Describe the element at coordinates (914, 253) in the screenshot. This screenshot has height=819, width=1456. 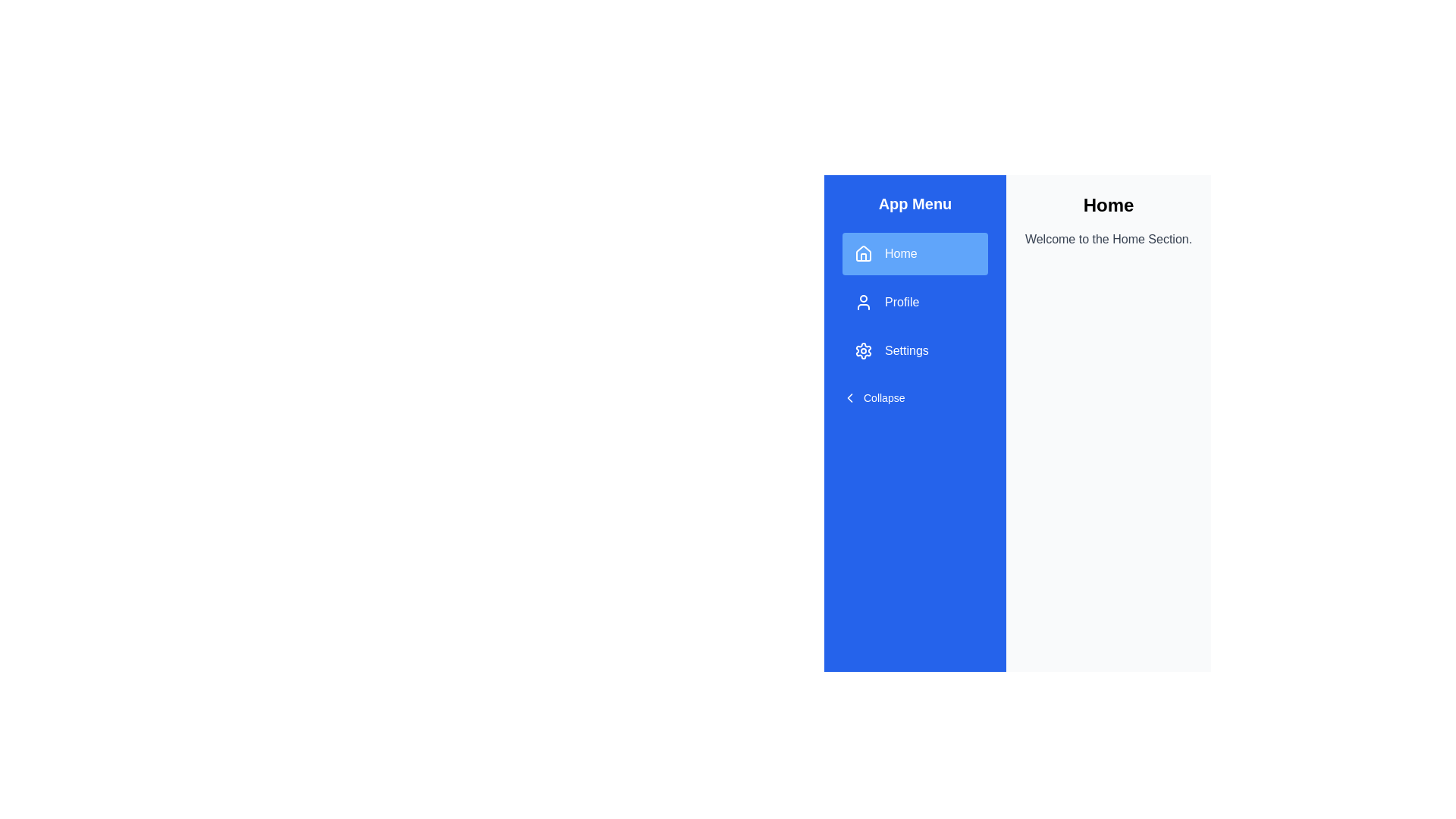
I see `the Home button to navigate to the corresponding section` at that location.